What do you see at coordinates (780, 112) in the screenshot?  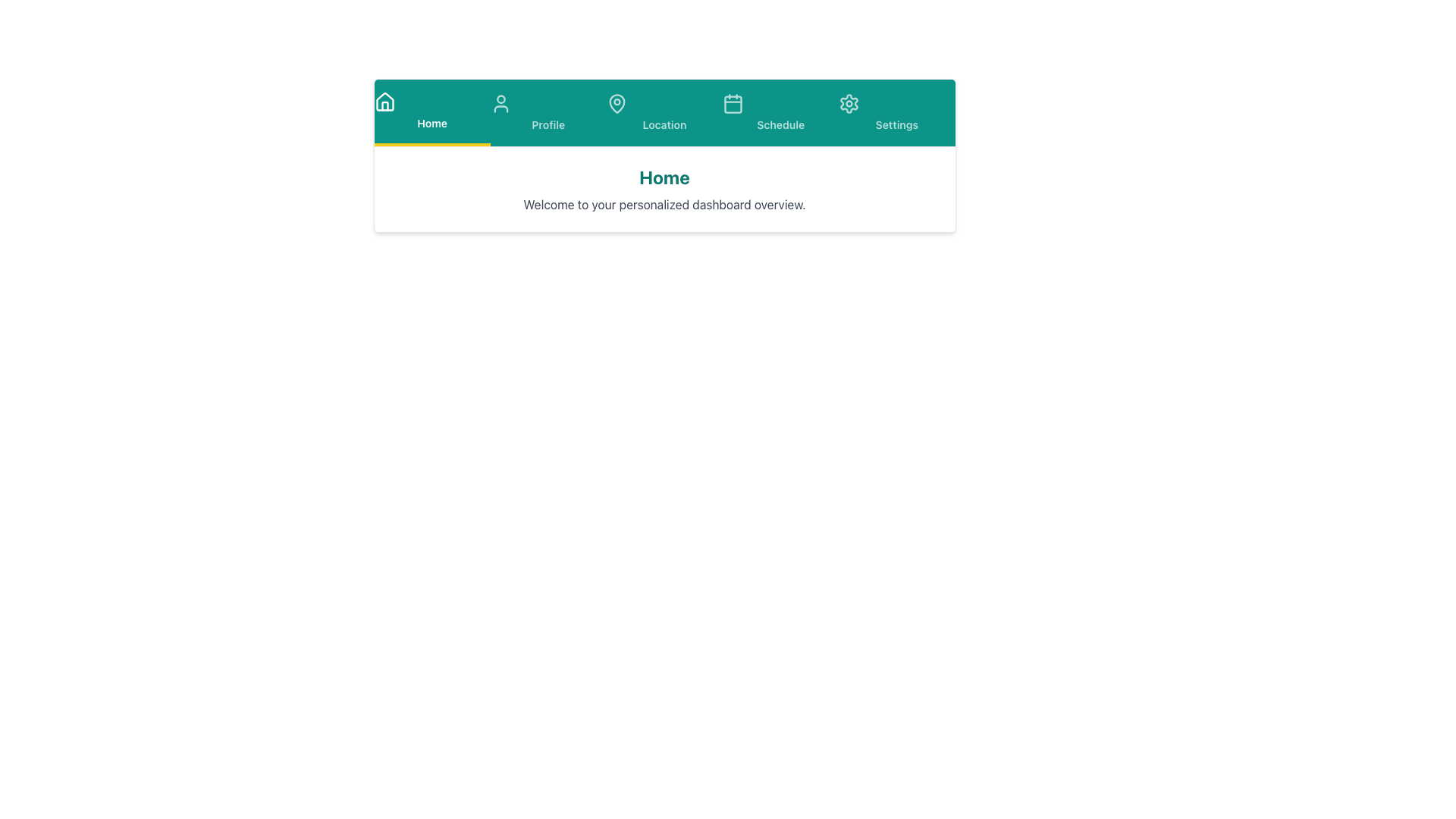 I see `the fourth button in the navigation bar which redirects to the 'Schedule' section to trigger a visual change` at bounding box center [780, 112].